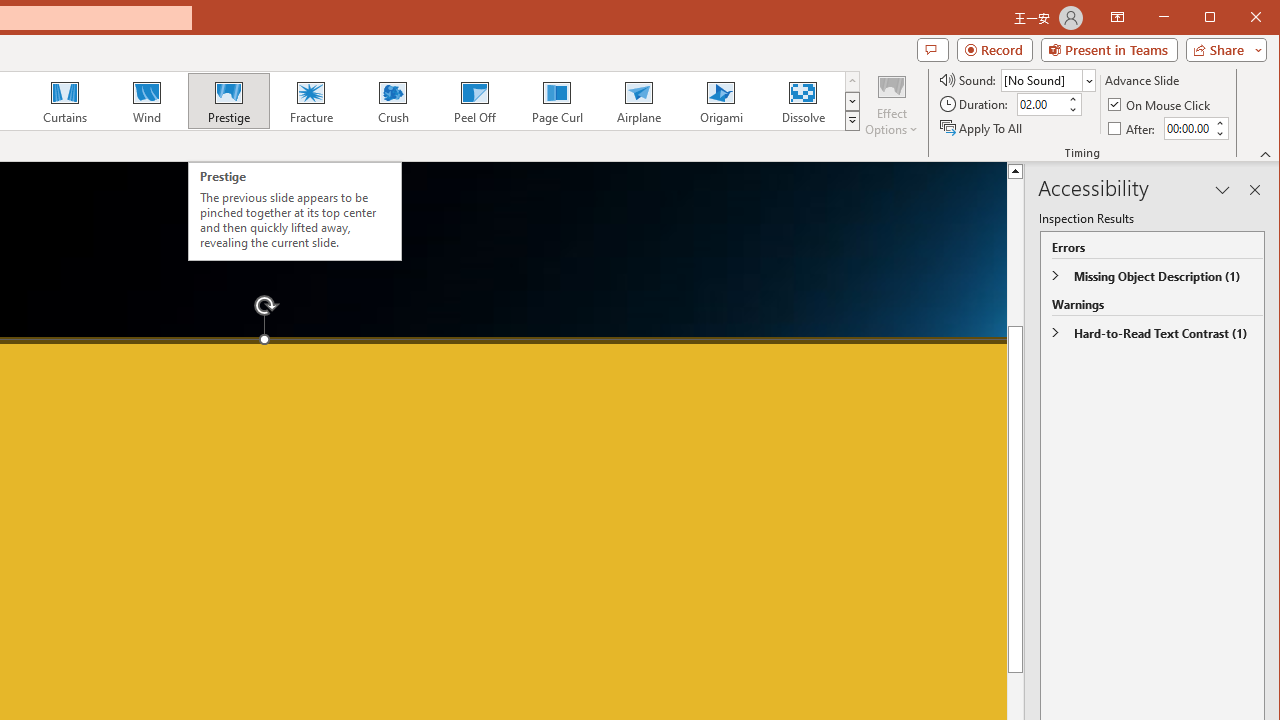  I want to click on 'Wind', so click(146, 100).